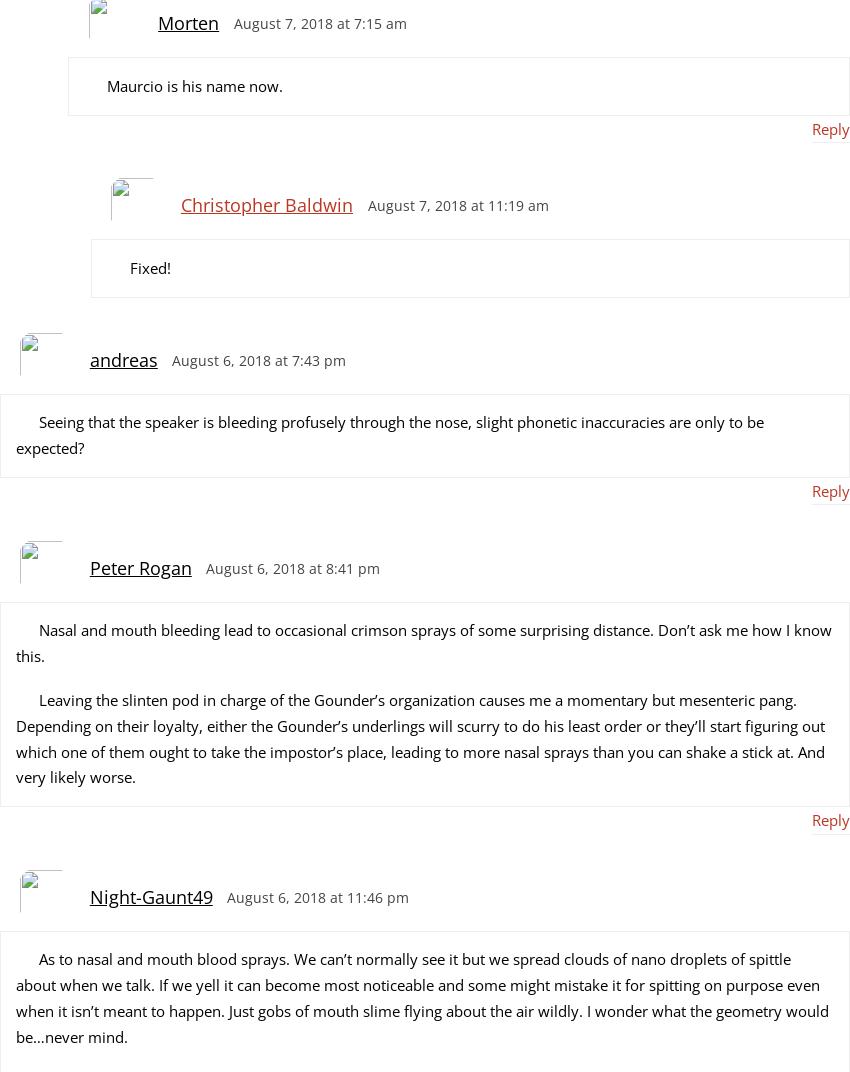 The height and width of the screenshot is (1072, 850). What do you see at coordinates (257, 359) in the screenshot?
I see `'August 6, 2018 at 7:43 pm'` at bounding box center [257, 359].